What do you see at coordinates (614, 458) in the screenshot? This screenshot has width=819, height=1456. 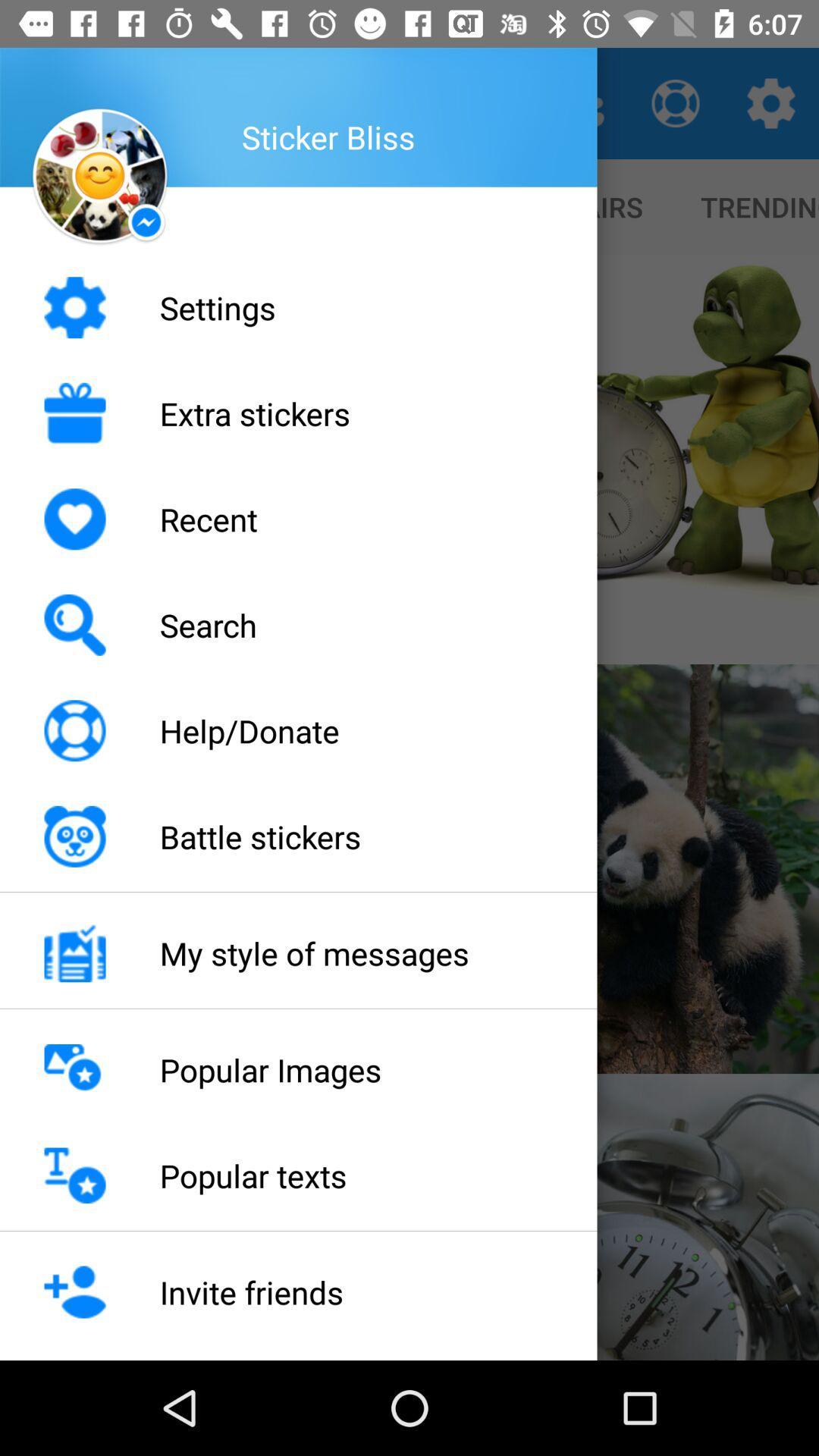 I see `take the turtle image right to settings` at bounding box center [614, 458].